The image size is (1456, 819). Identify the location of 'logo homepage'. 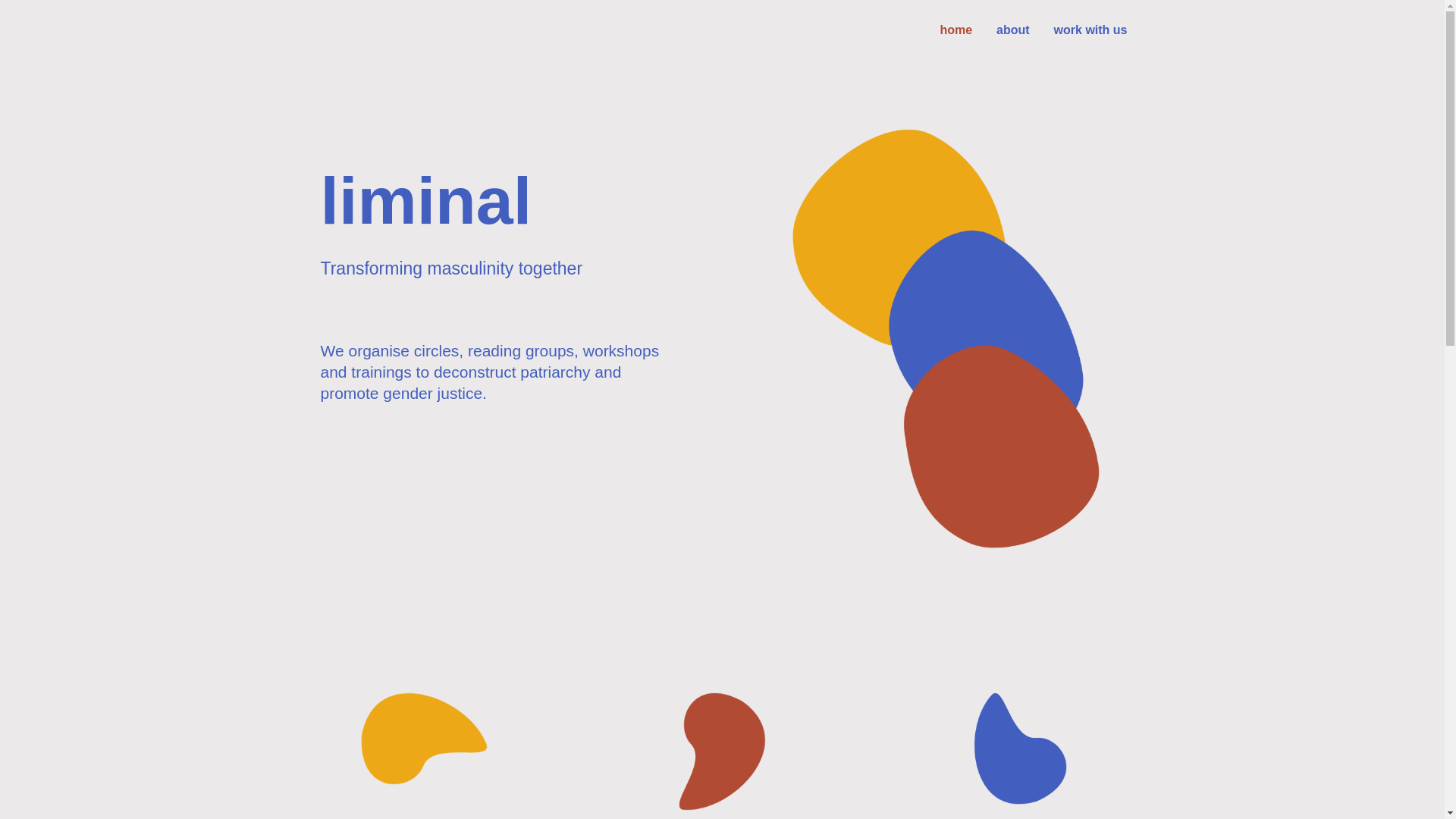
(945, 337).